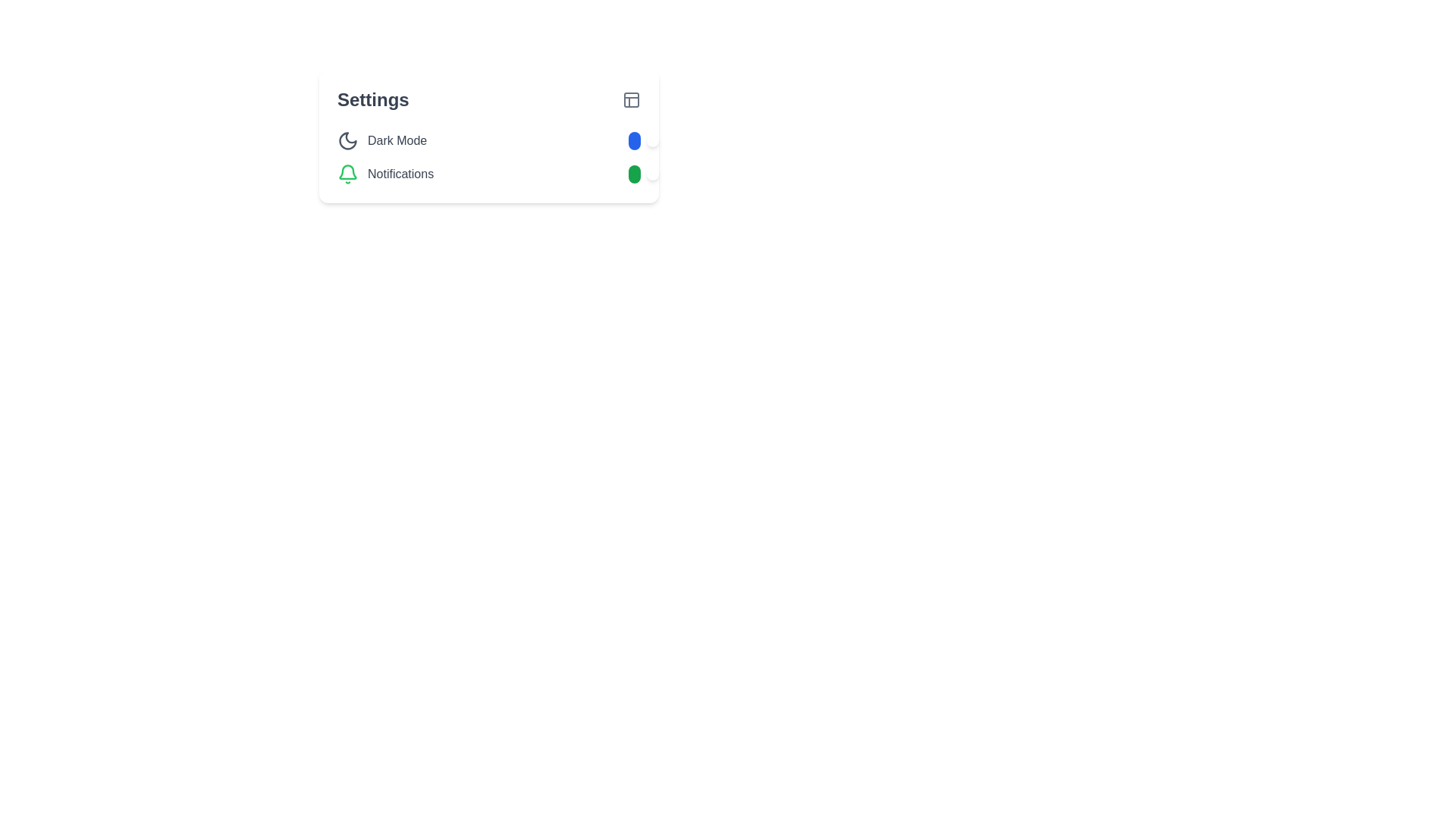  Describe the element at coordinates (347, 174) in the screenshot. I see `the green bell icon located to the left of the word 'Notifications' in the settings panel` at that location.